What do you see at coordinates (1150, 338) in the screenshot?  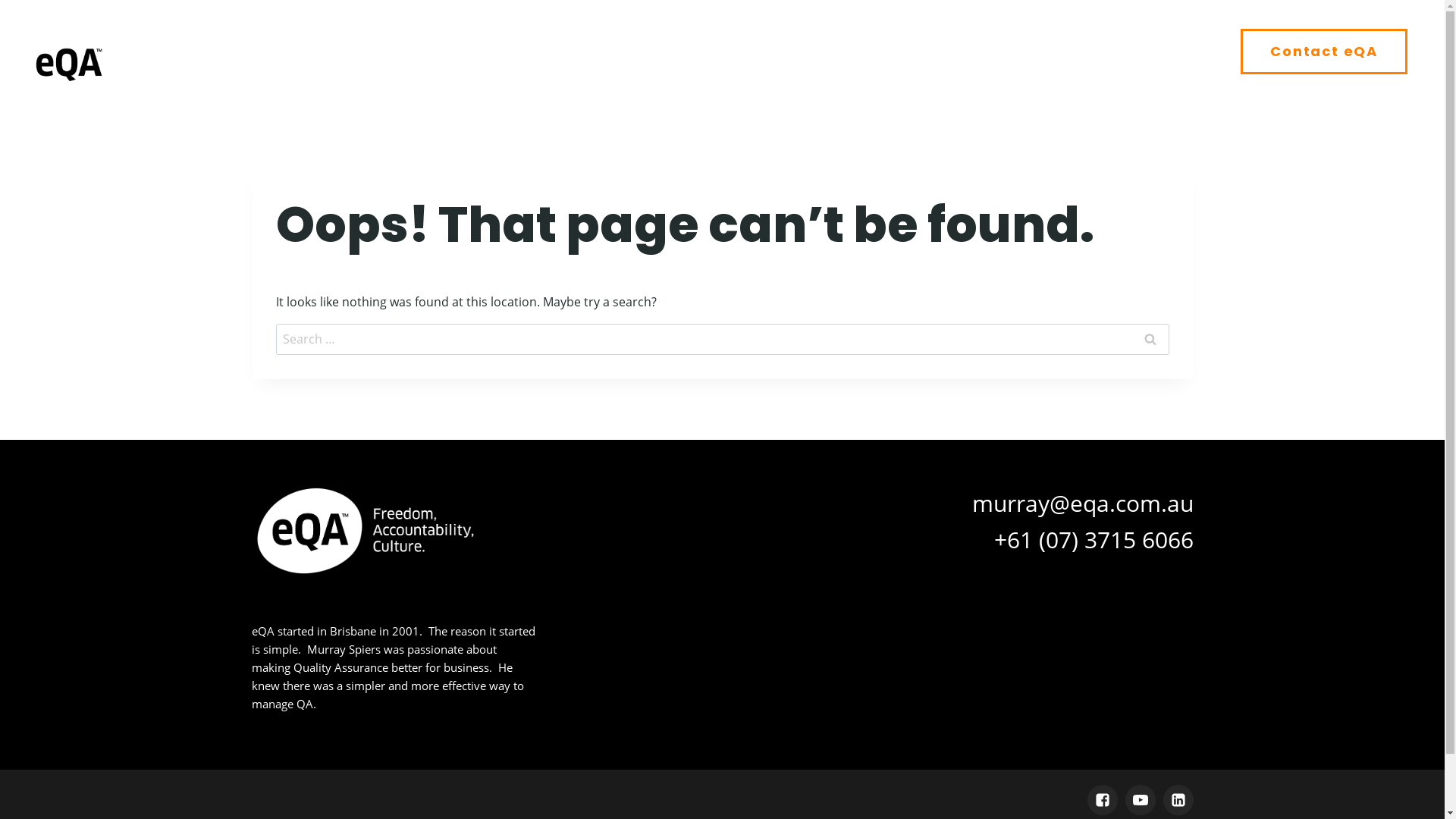 I see `'Search'` at bounding box center [1150, 338].